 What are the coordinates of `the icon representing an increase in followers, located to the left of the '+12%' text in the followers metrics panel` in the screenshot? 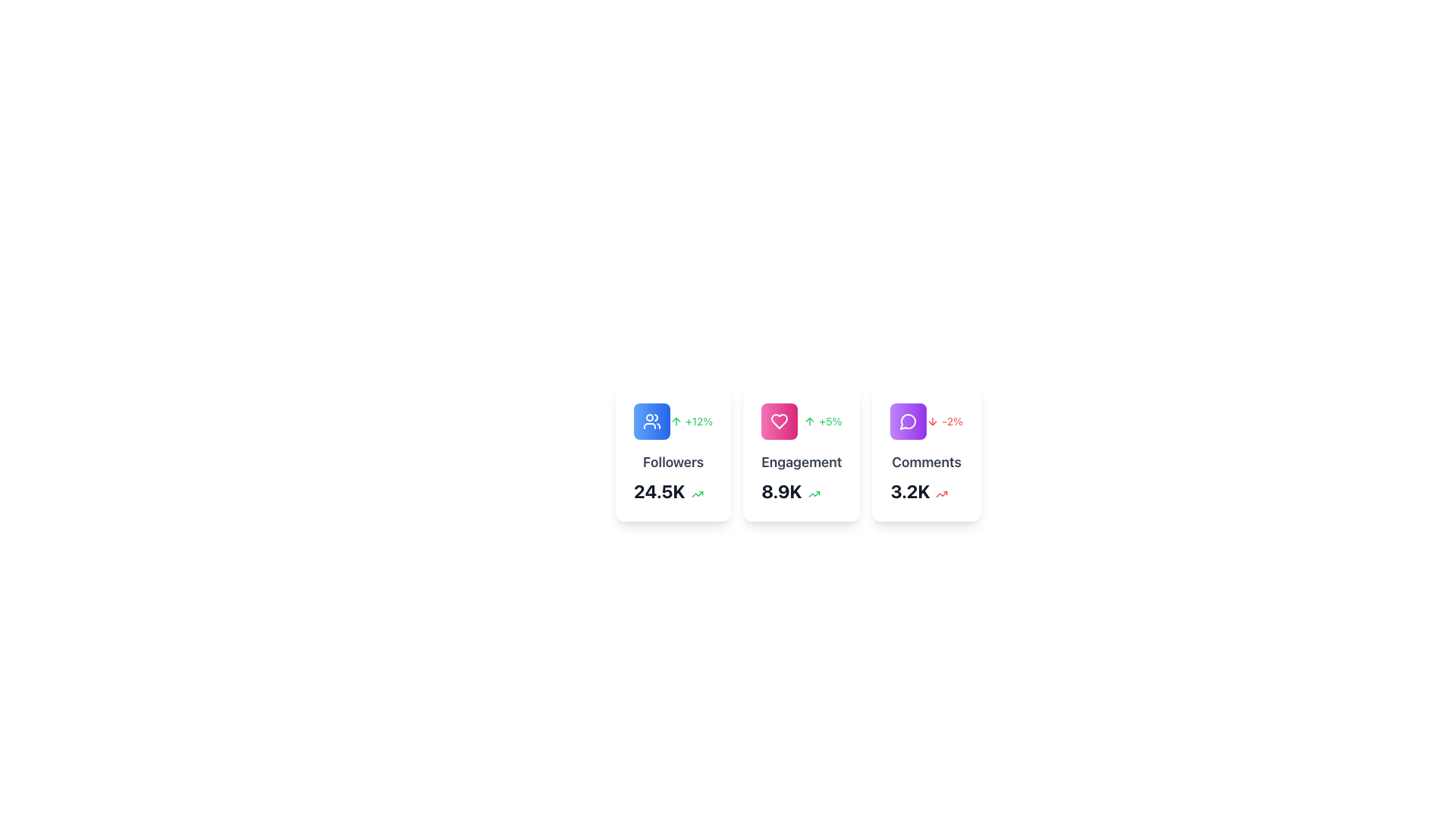 It's located at (676, 421).